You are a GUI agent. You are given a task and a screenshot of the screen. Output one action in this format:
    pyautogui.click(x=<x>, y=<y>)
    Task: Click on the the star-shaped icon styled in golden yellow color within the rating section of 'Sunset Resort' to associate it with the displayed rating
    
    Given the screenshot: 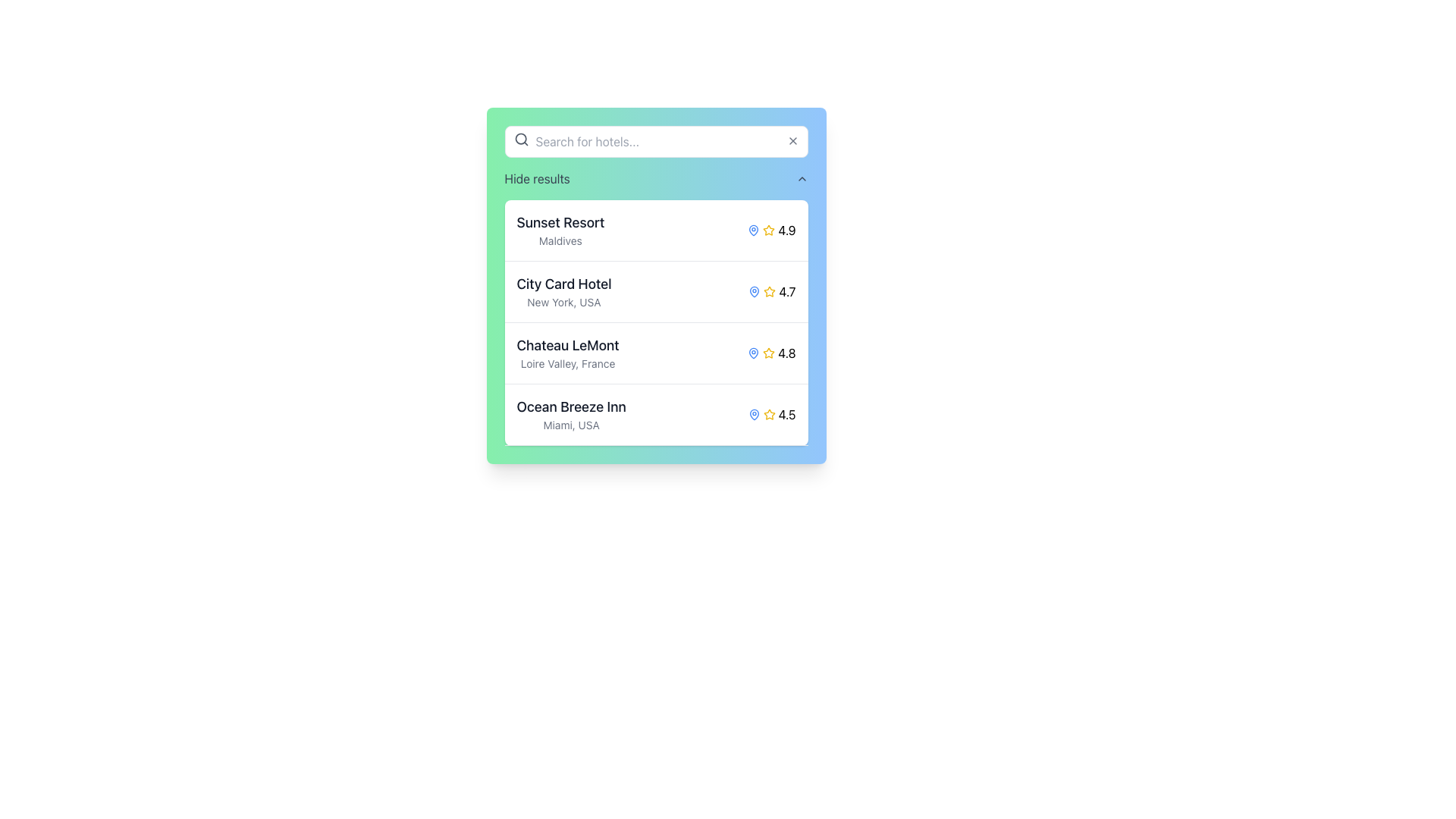 What is the action you would take?
    pyautogui.click(x=771, y=231)
    